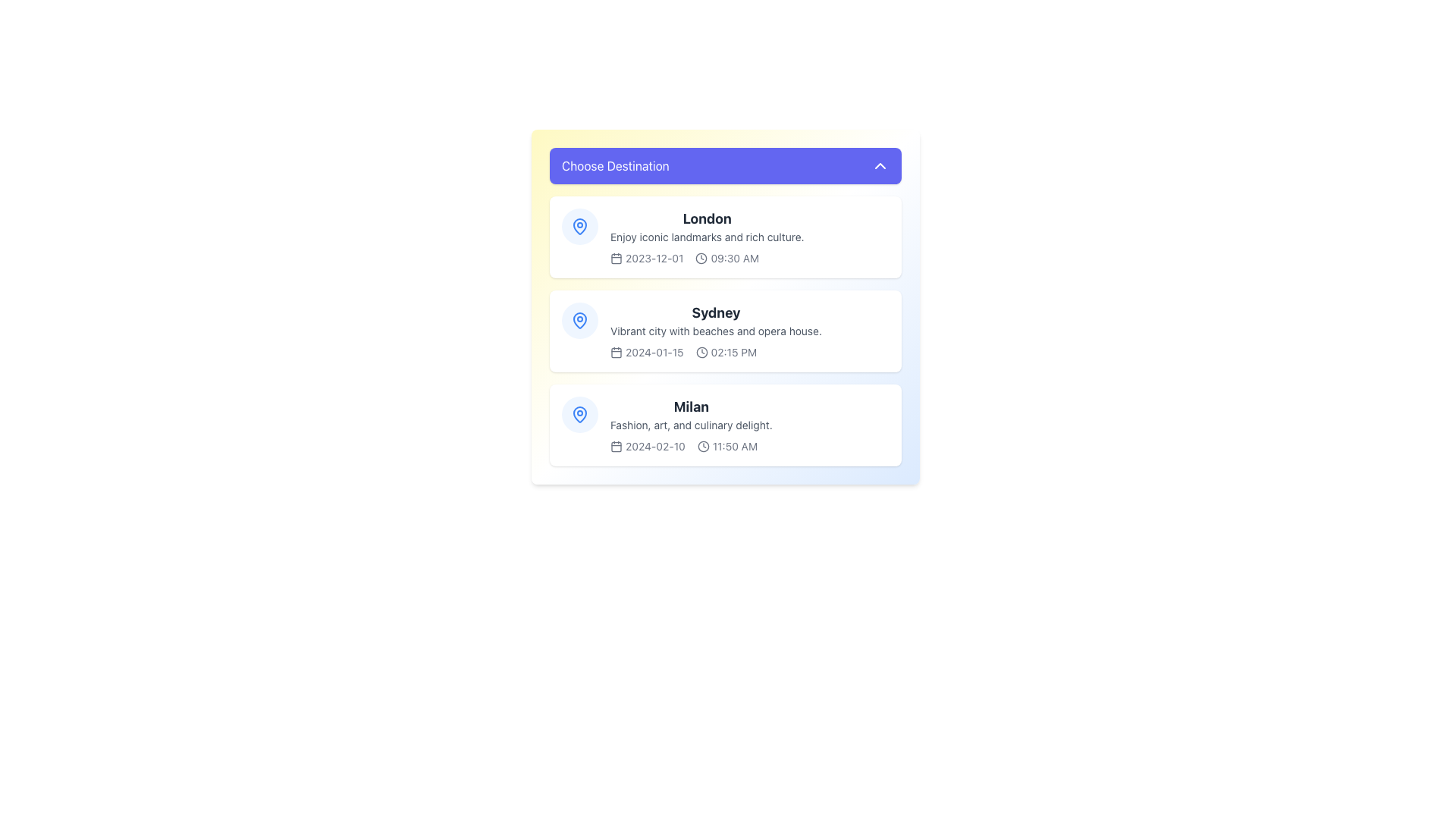 The image size is (1456, 819). I want to click on the blue SVG map pin icon located next to the text 'Sydney' in the vertical list of selectable options, so click(579, 318).